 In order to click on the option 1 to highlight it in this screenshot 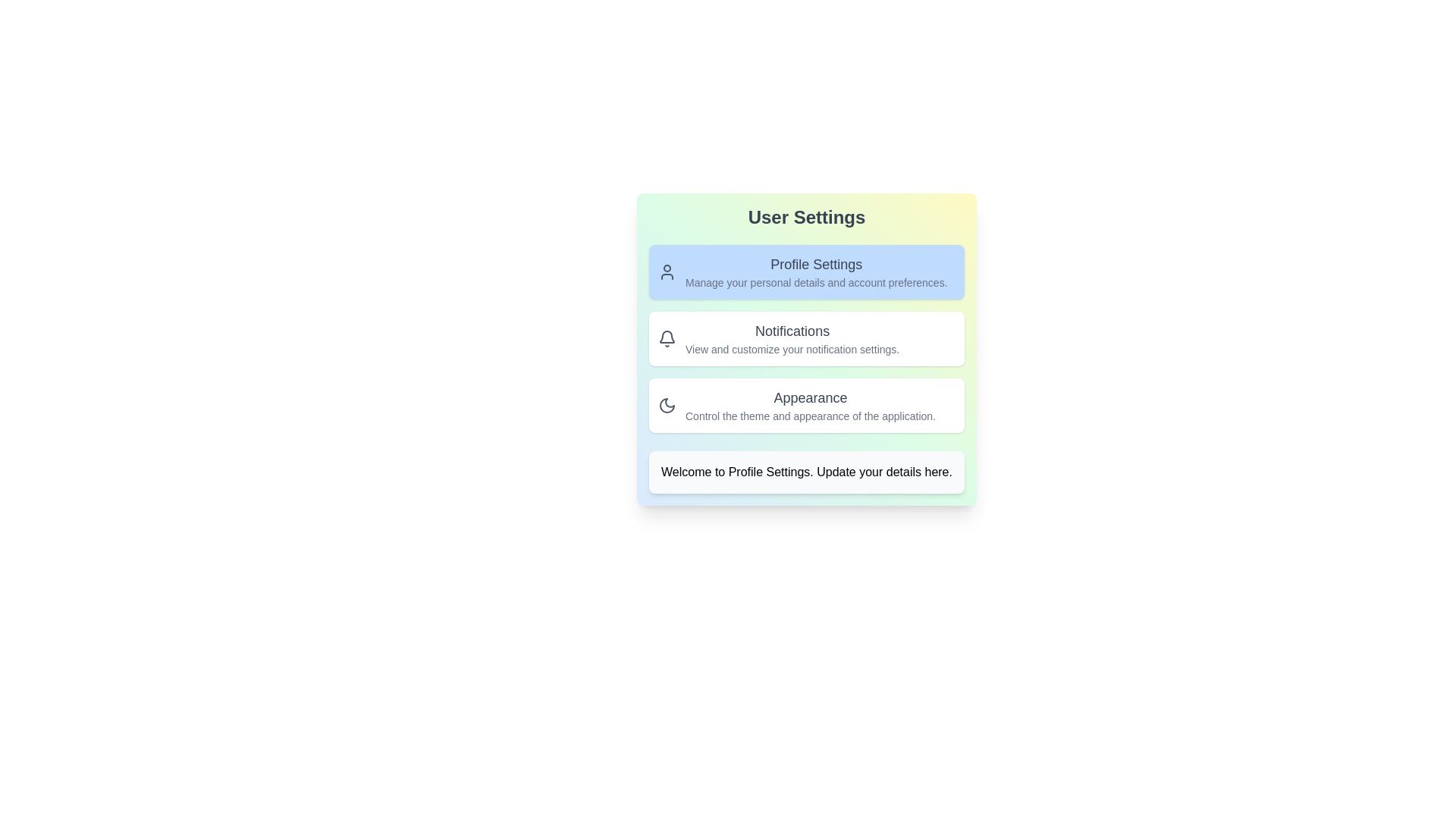, I will do `click(806, 271)`.